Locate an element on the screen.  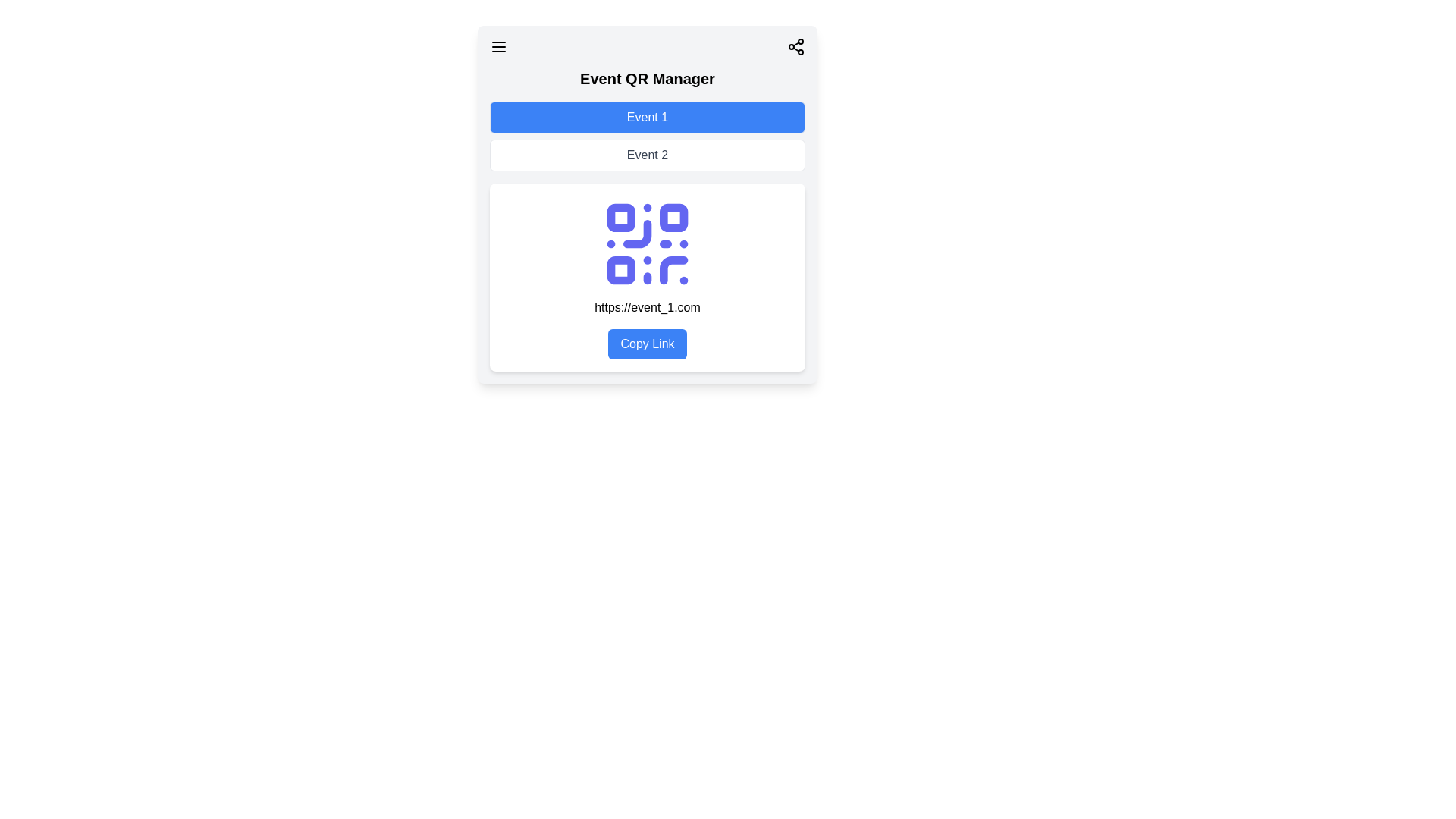
the Text Display element that shows a URL, positioned centrally below the QR code and above the 'Copy Link' button is located at coordinates (648, 307).